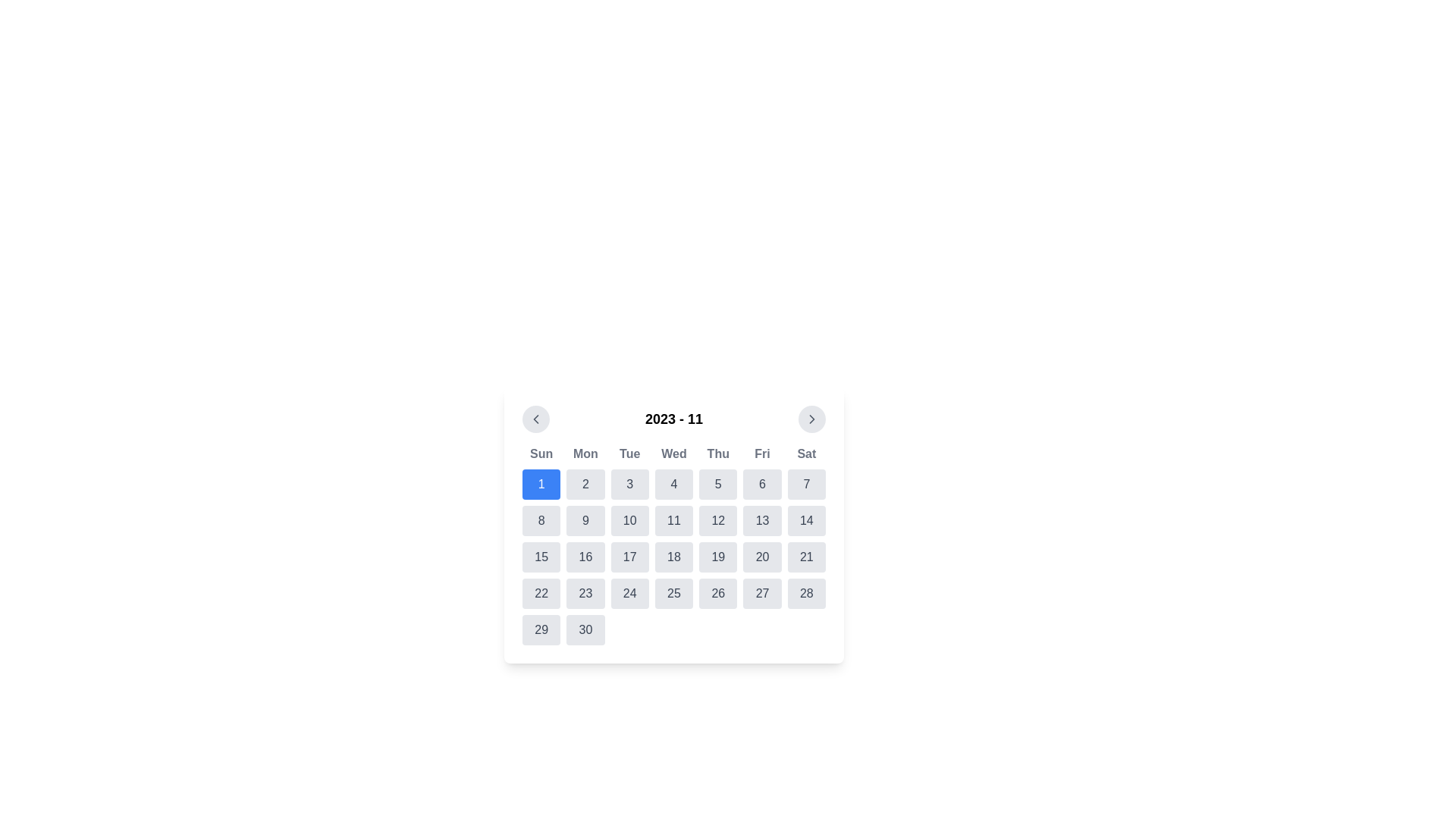 The height and width of the screenshot is (819, 1456). Describe the element at coordinates (717, 519) in the screenshot. I see `the rectangular button displaying the number '12' with a light gray background` at that location.